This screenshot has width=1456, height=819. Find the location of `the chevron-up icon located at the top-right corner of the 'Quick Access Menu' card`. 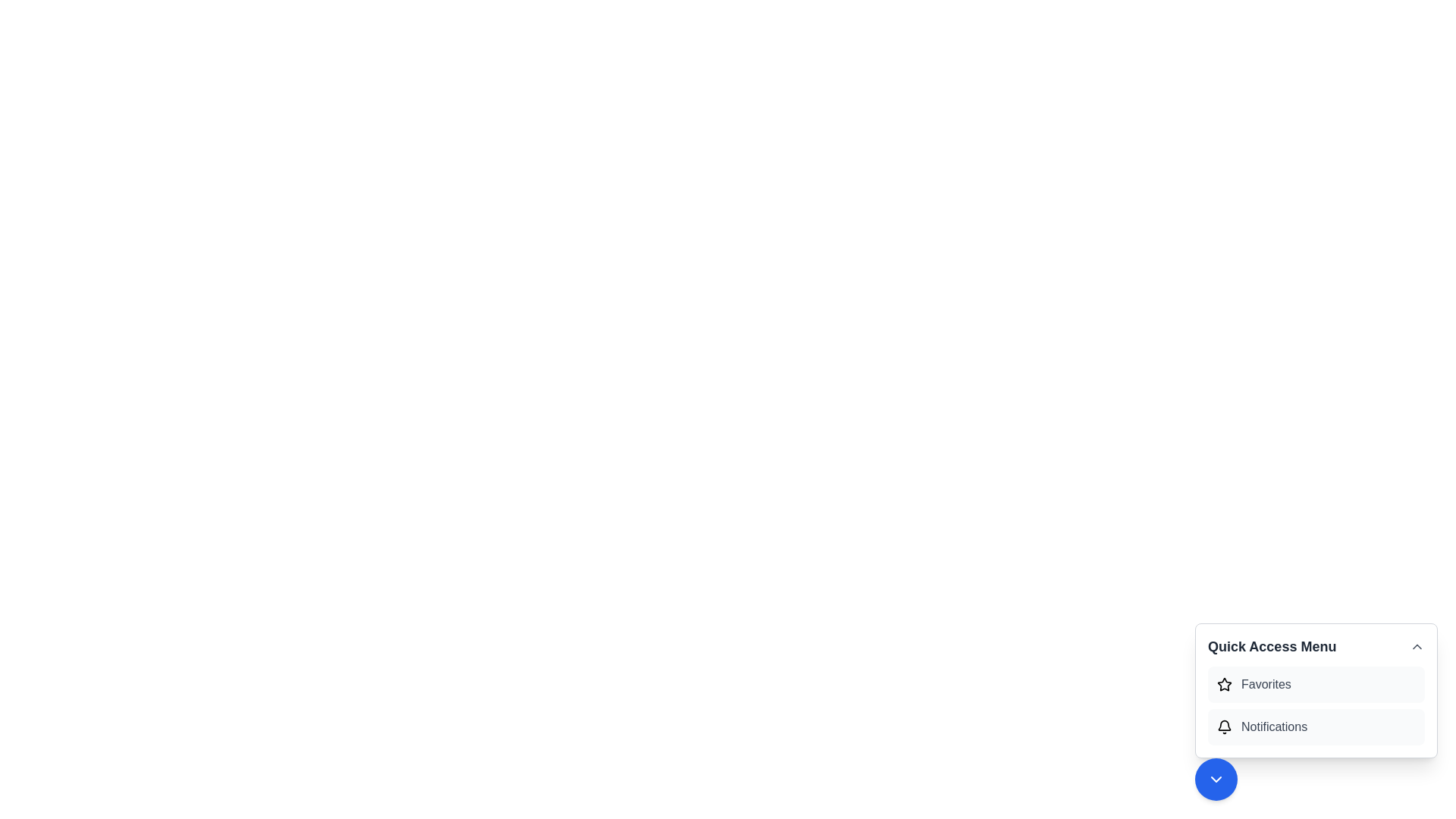

the chevron-up icon located at the top-right corner of the 'Quick Access Menu' card is located at coordinates (1416, 646).